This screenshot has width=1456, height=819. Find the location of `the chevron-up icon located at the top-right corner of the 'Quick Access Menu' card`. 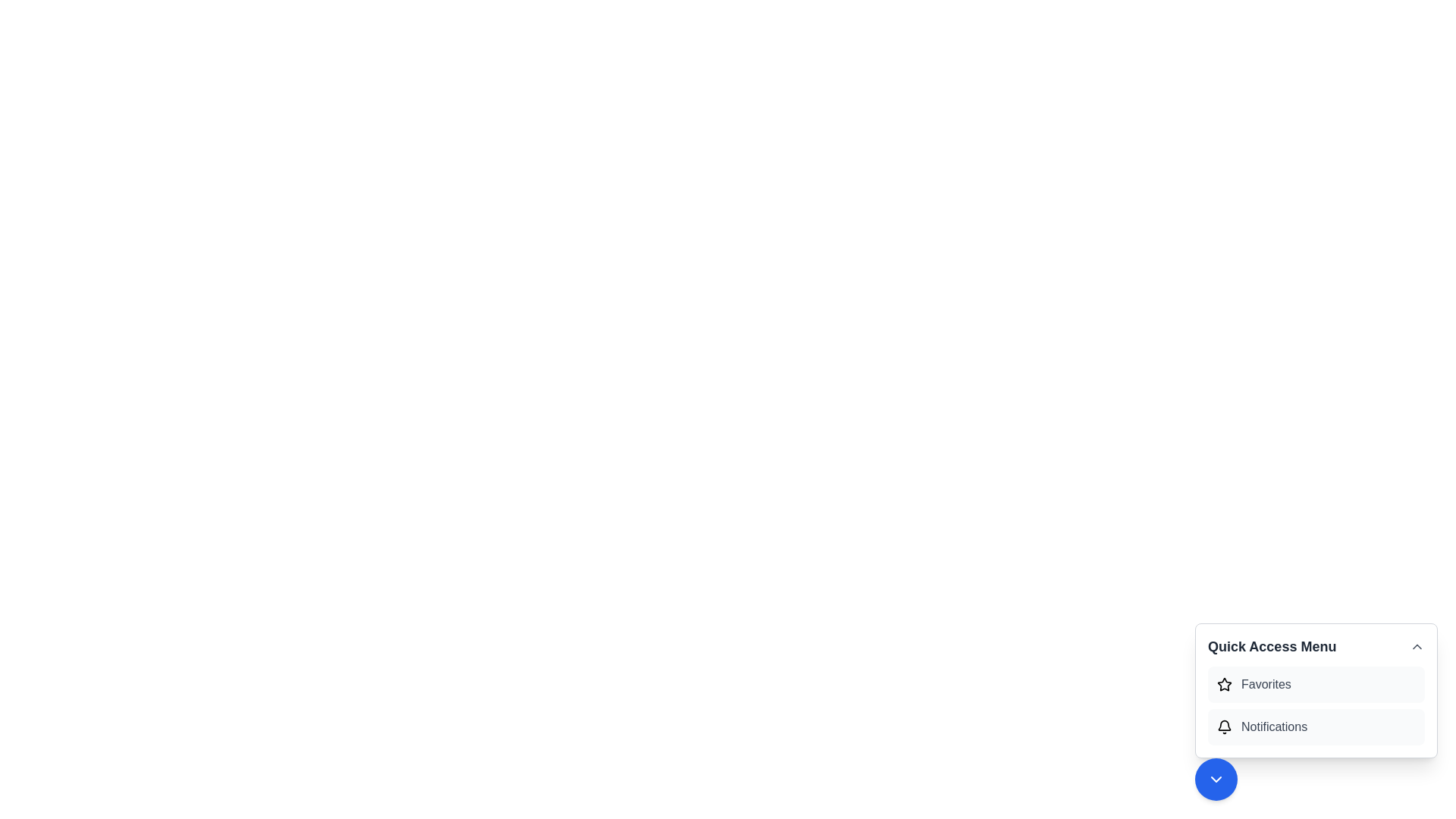

the chevron-up icon located at the top-right corner of the 'Quick Access Menu' card is located at coordinates (1416, 646).